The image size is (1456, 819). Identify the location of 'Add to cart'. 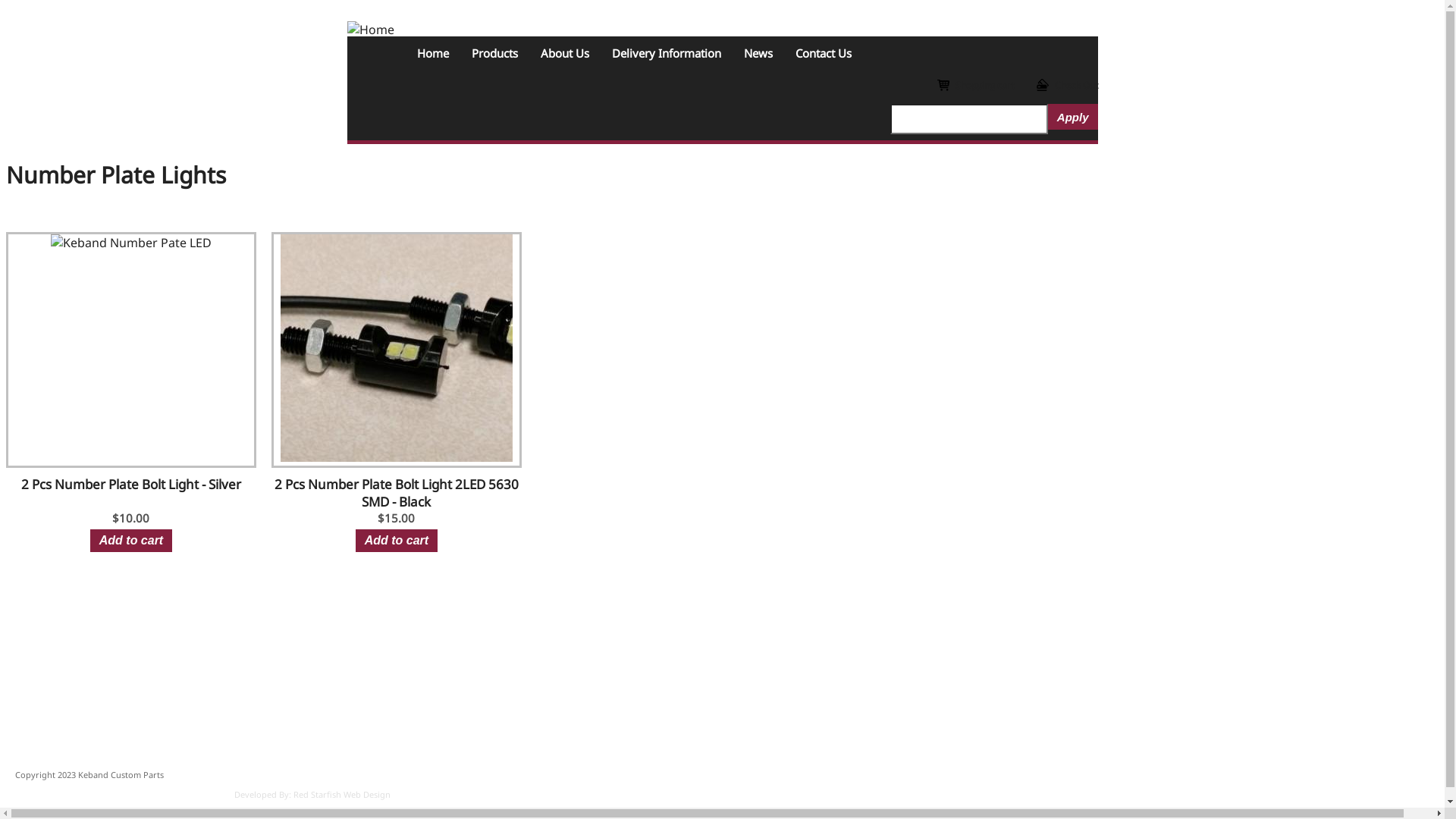
(89, 540).